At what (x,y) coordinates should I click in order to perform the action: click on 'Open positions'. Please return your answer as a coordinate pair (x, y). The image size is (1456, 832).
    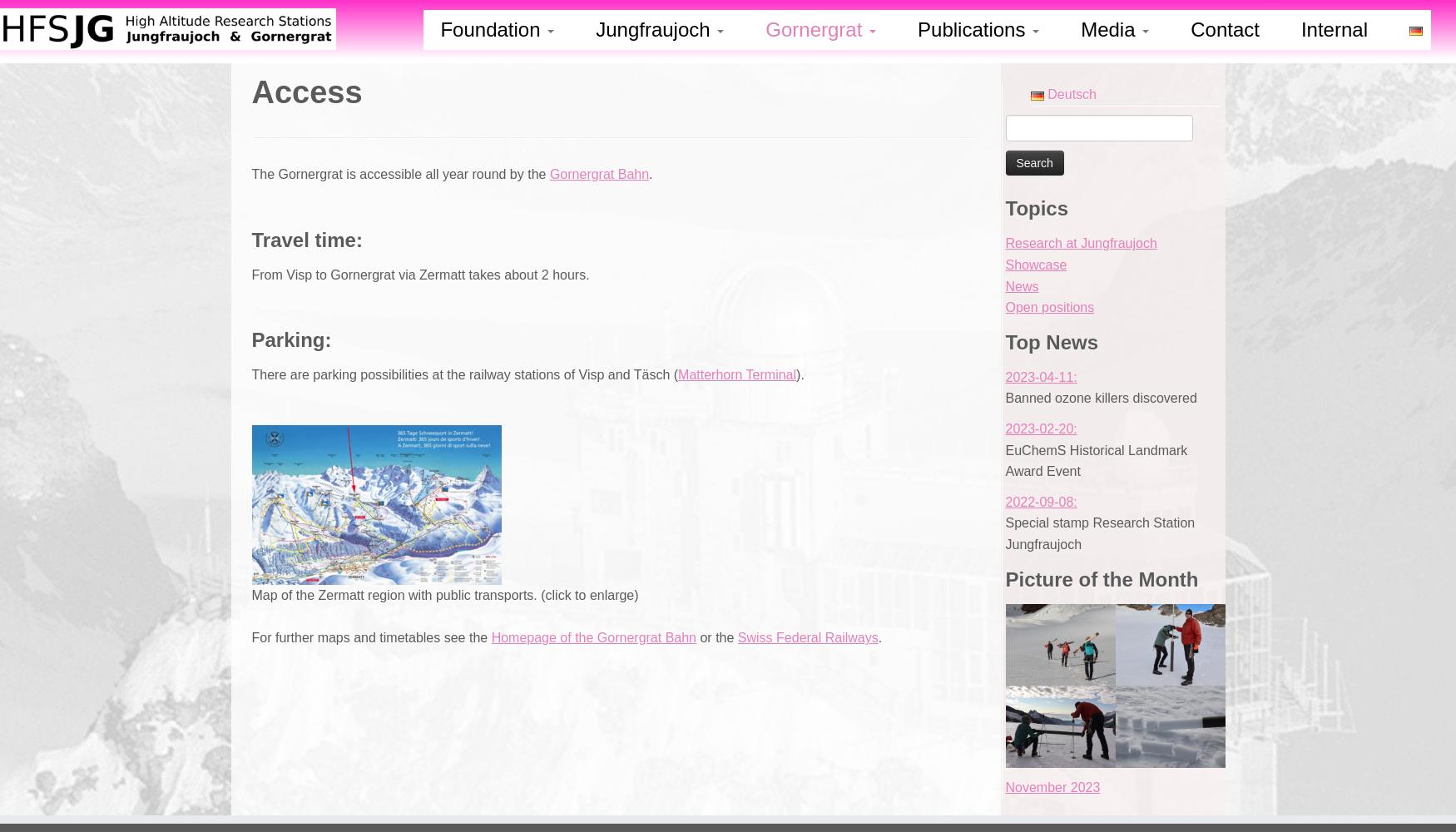
    Looking at the image, I should click on (1048, 306).